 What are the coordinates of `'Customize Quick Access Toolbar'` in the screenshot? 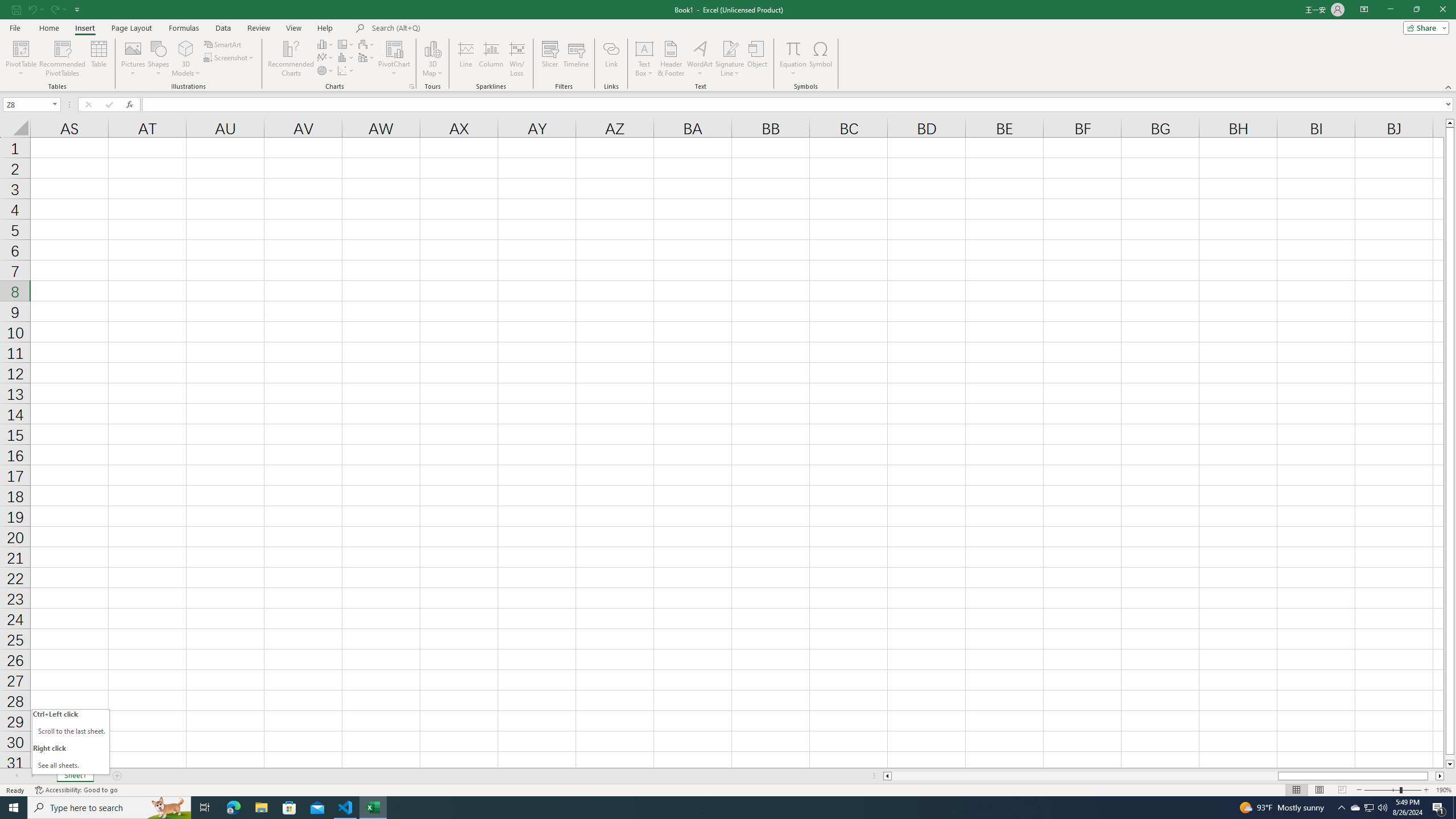 It's located at (77, 9).